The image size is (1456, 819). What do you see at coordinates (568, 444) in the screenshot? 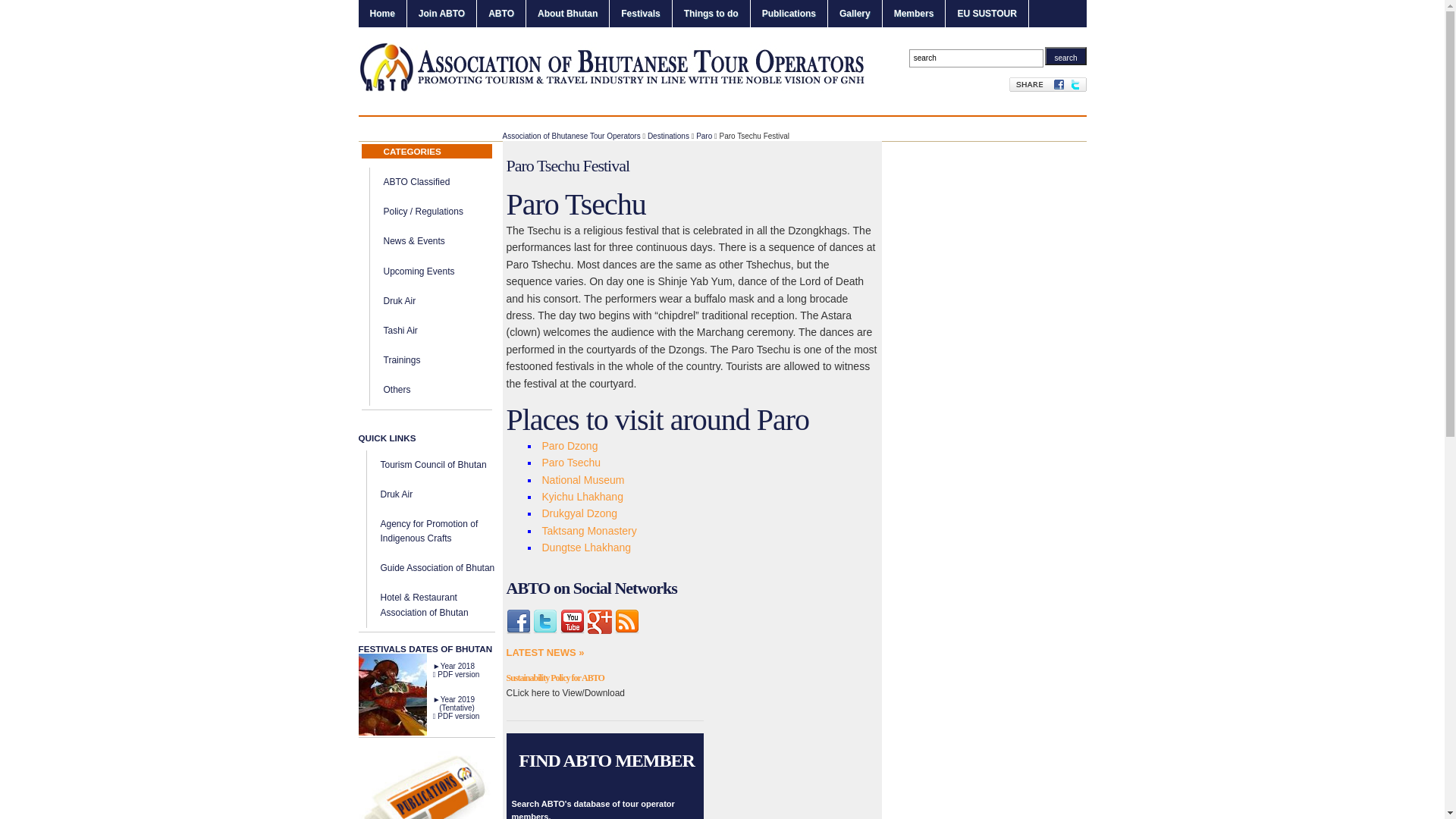
I see `'Paro Dzong'` at bounding box center [568, 444].